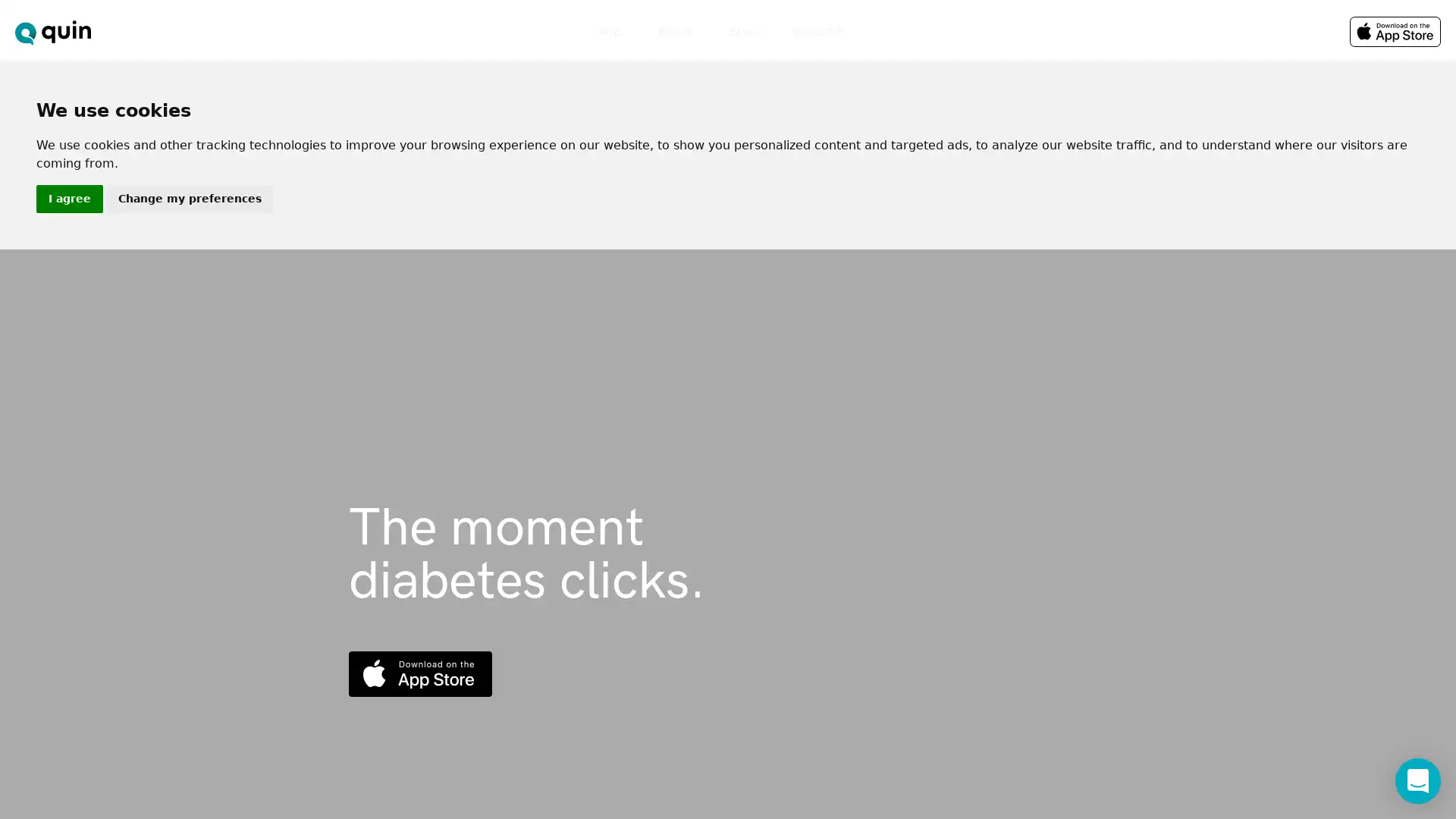  I want to click on I agree, so click(68, 198).